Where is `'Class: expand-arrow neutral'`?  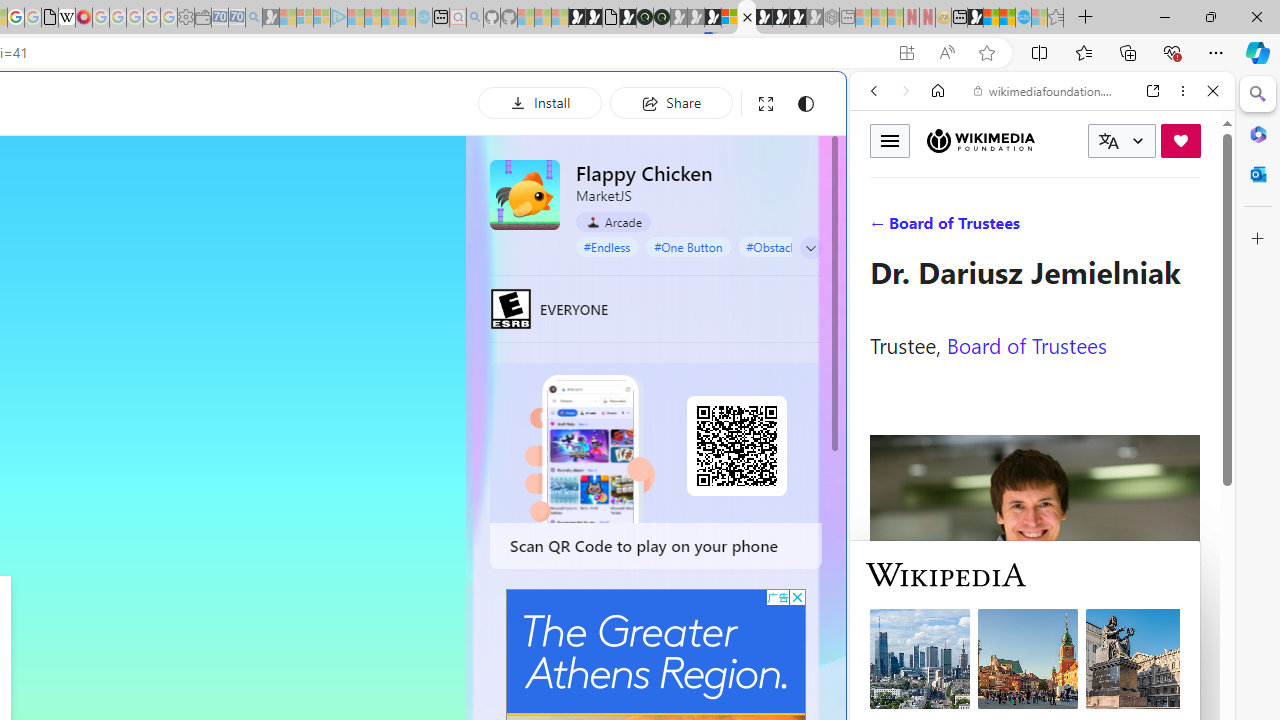 'Class: expand-arrow neutral' is located at coordinates (810, 247).